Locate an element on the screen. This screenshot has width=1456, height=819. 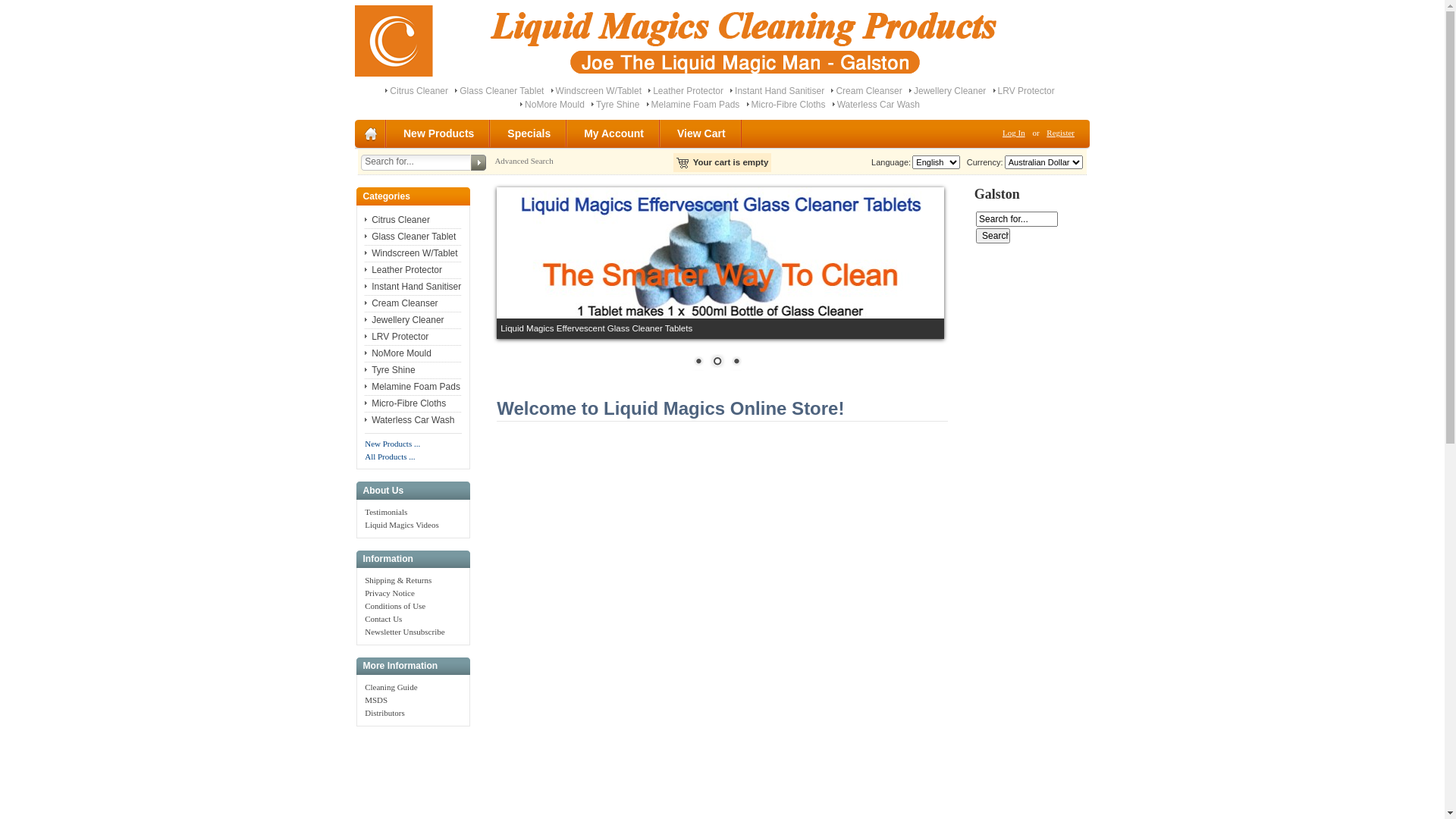
'New Products' is located at coordinates (438, 133).